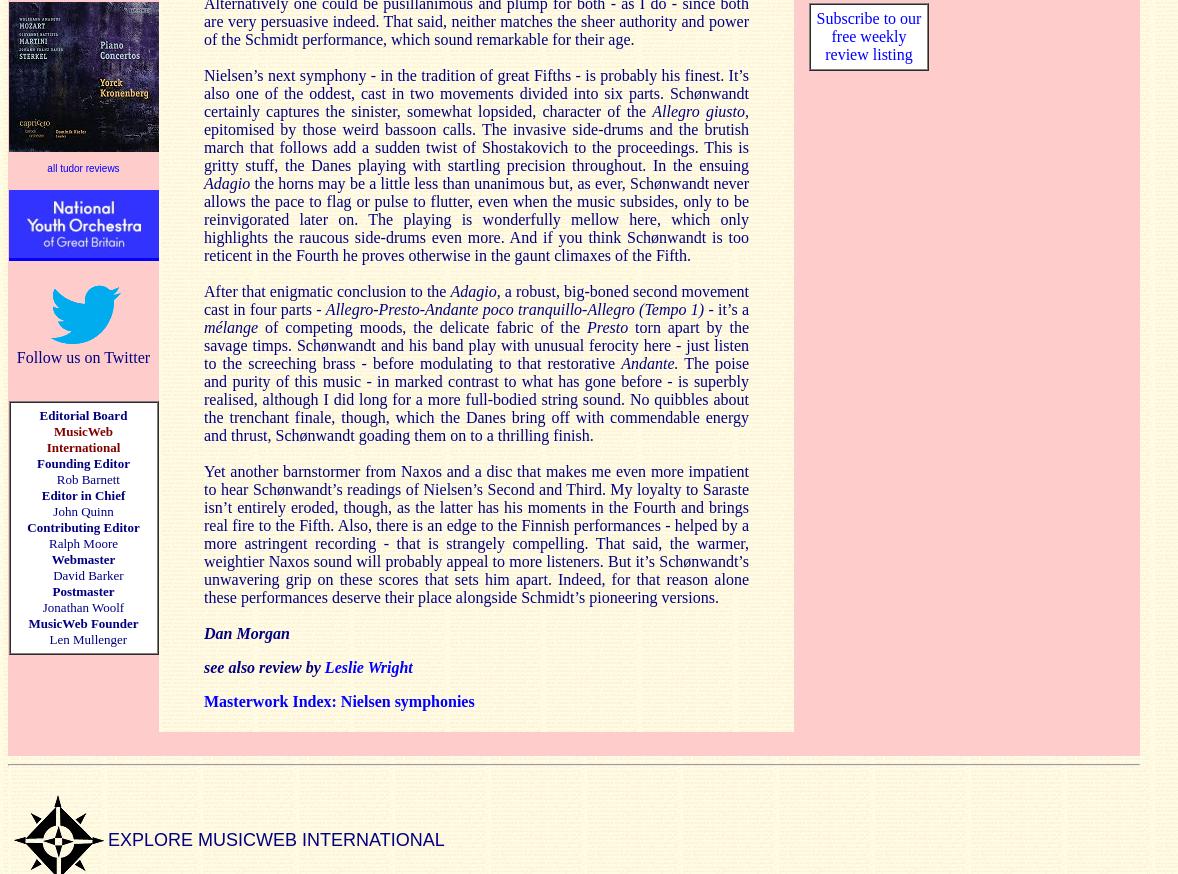 This screenshot has width=1178, height=874. What do you see at coordinates (41, 605) in the screenshot?
I see `'Jonathan Woolf'` at bounding box center [41, 605].